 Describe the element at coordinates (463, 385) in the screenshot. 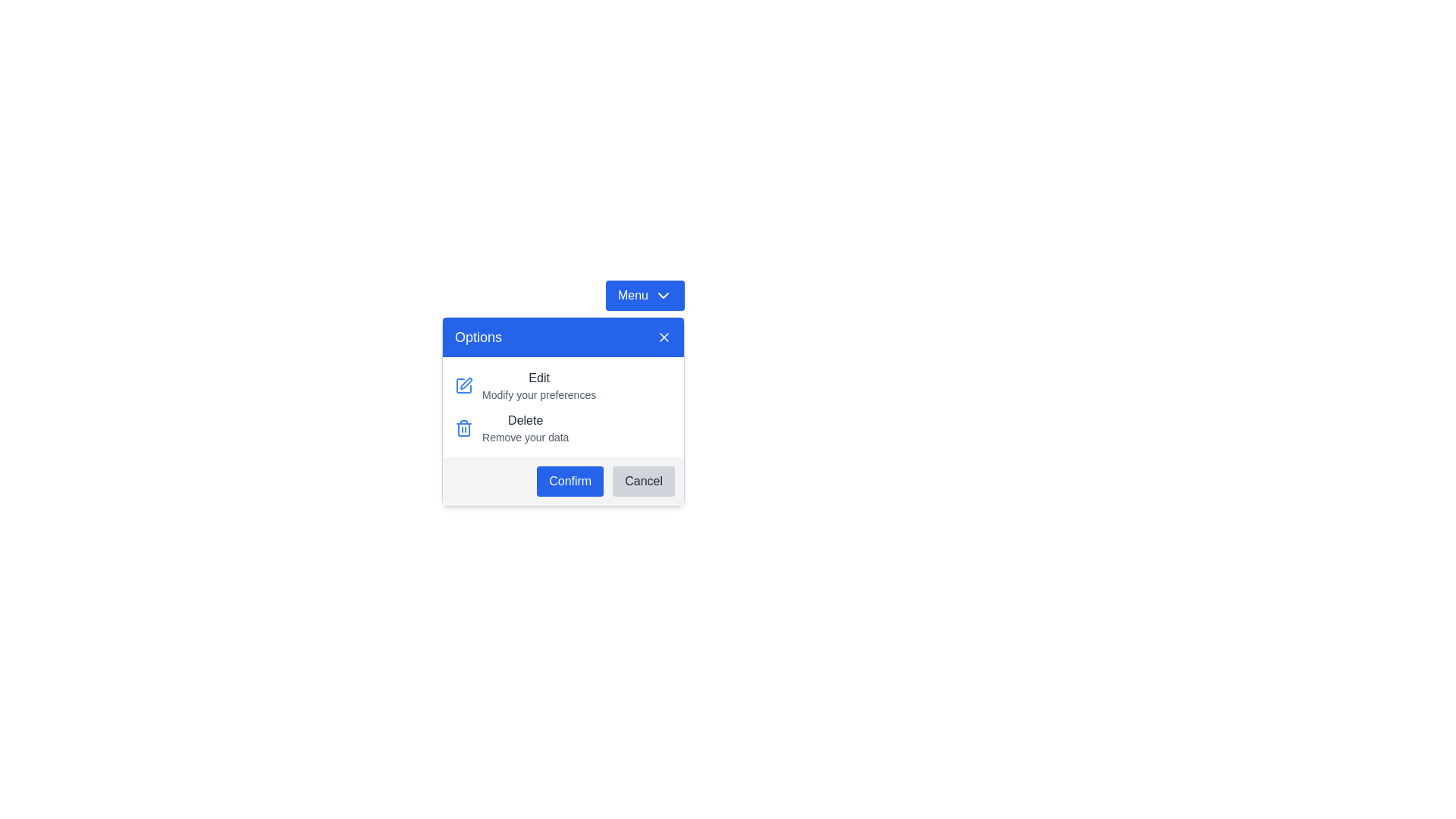

I see `the small blue pen icon inside a square outline located on the left side of the 'Edit' section within the 'Options' modal dialog` at that location.